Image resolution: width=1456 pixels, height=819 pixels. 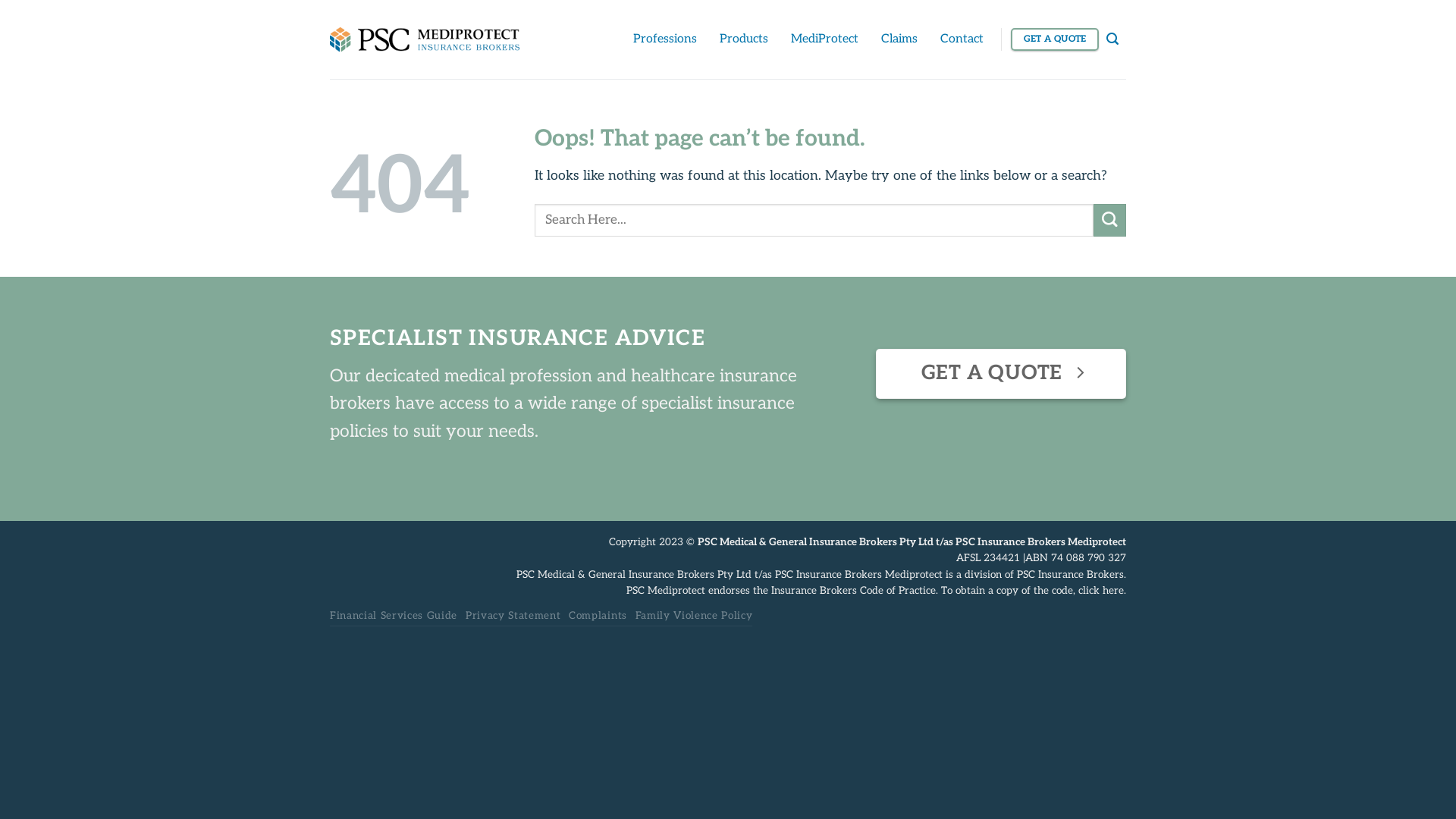 What do you see at coordinates (824, 38) in the screenshot?
I see `'MediProtect'` at bounding box center [824, 38].